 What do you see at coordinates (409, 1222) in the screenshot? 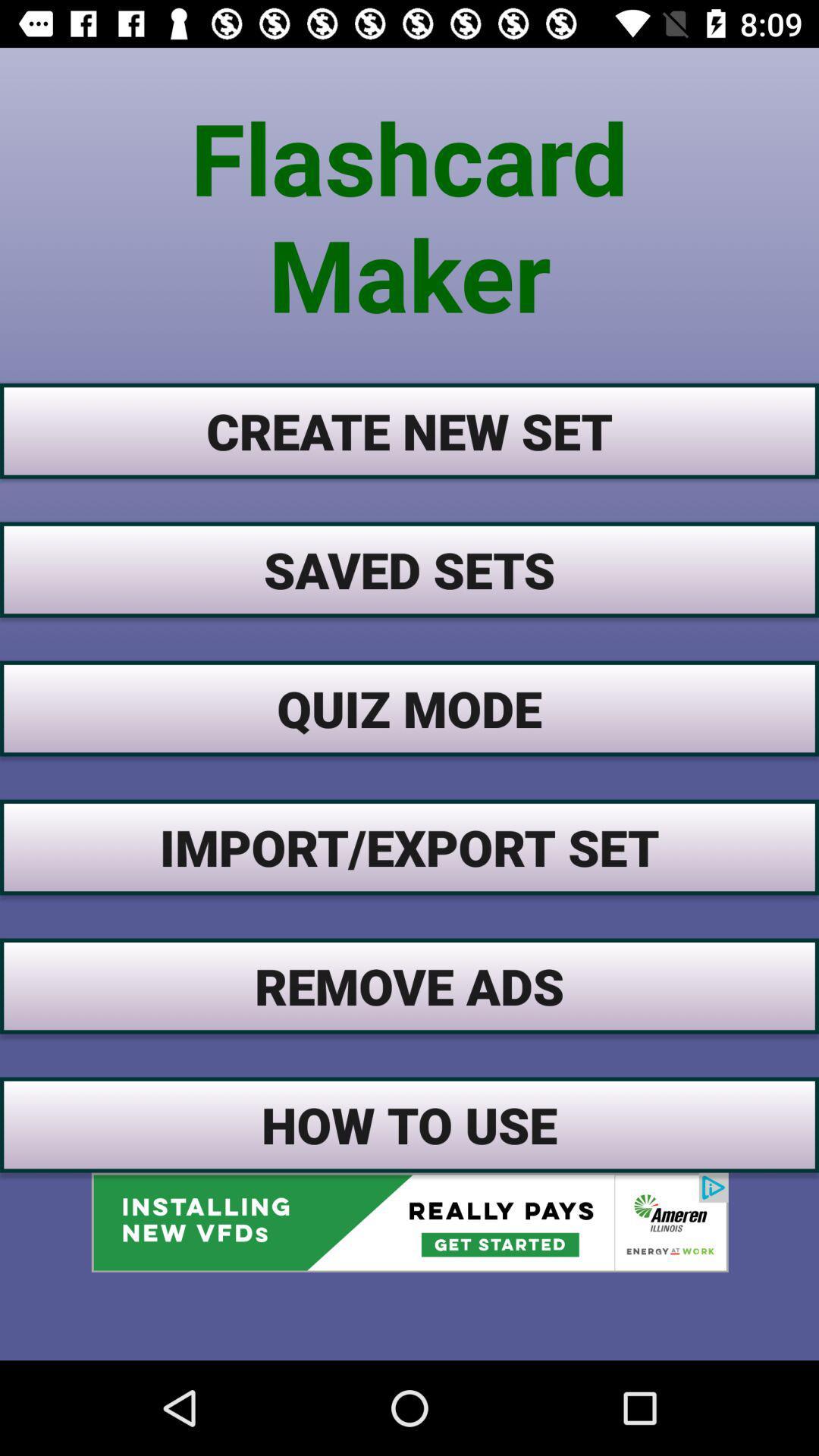
I see `advertisement page` at bounding box center [409, 1222].